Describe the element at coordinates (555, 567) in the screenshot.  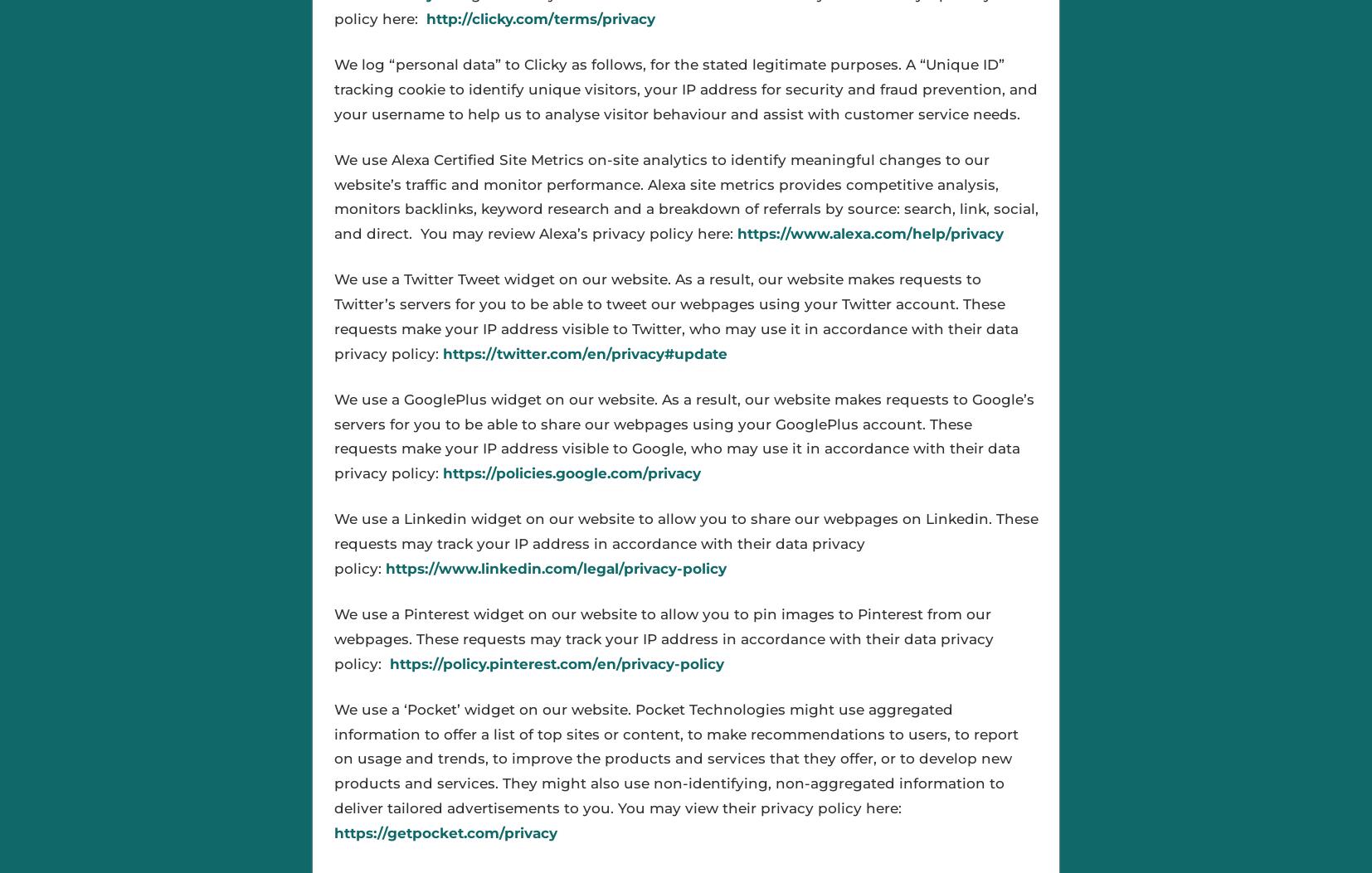
I see `'https://www.linkedin.com/legal/privacy-policy'` at that location.